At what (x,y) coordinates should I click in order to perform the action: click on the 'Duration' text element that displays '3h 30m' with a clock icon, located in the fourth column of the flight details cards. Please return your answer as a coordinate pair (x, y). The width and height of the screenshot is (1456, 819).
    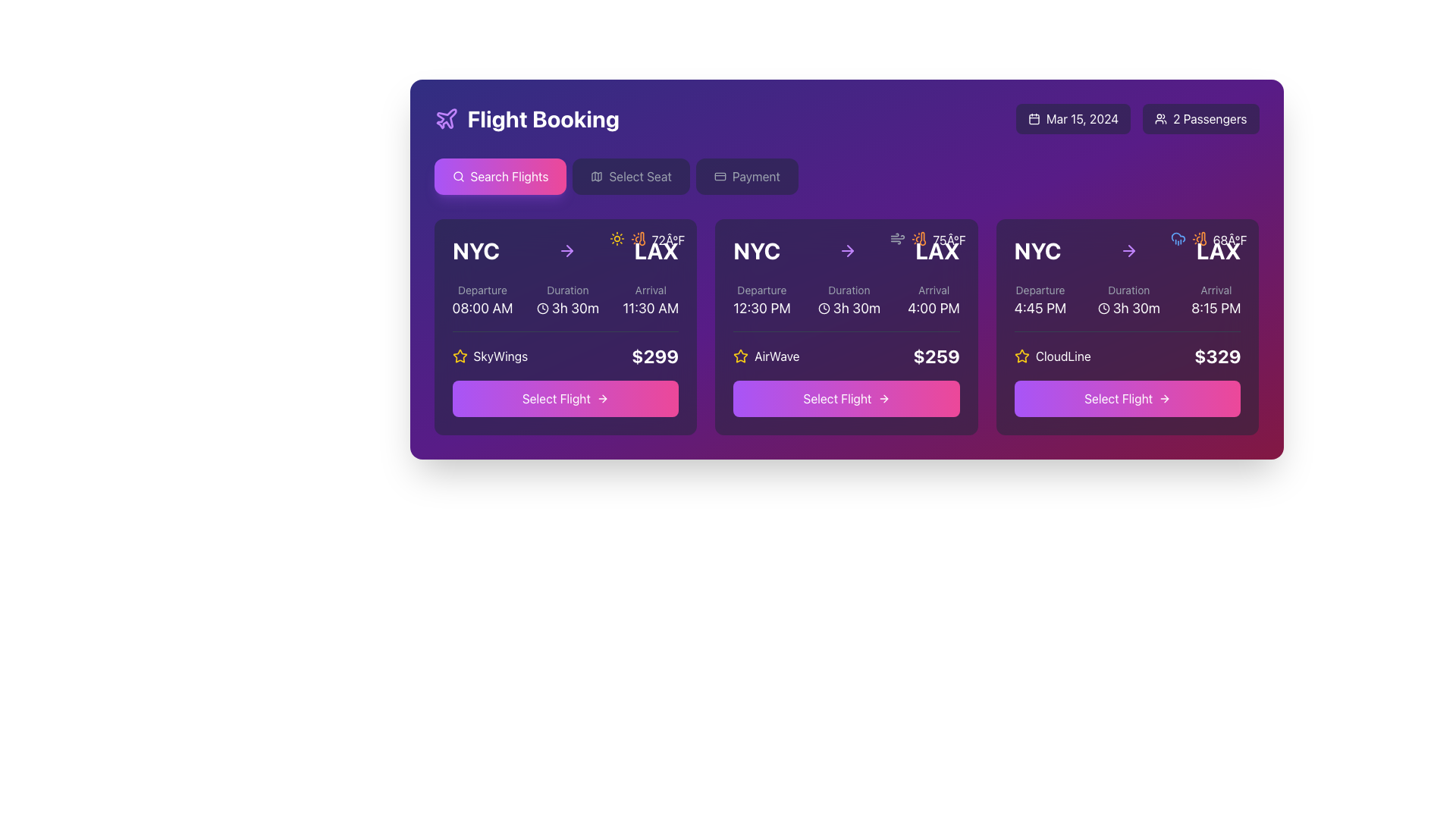
    Looking at the image, I should click on (1128, 301).